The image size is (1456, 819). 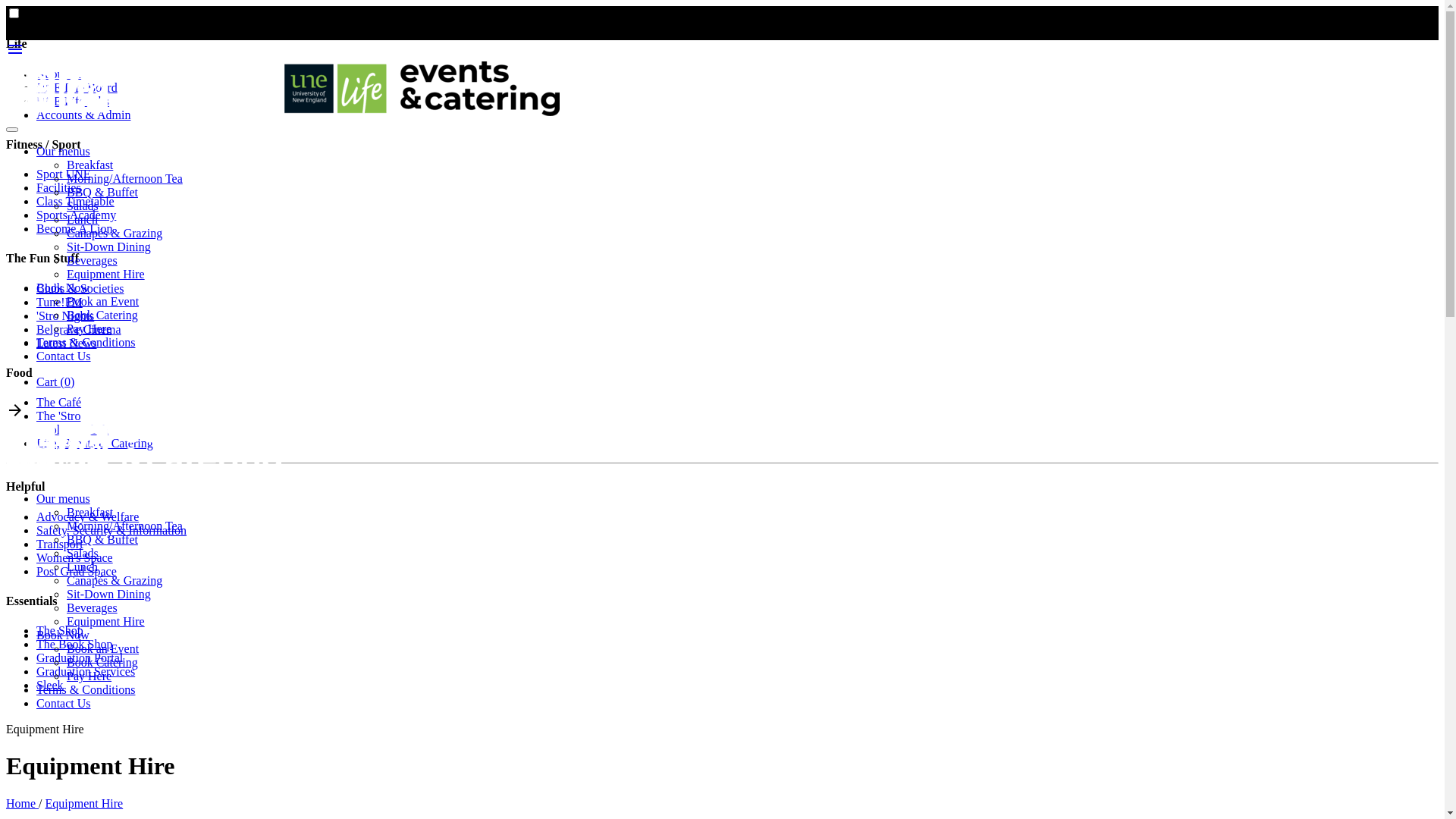 What do you see at coordinates (50, 685) in the screenshot?
I see `'Sleek'` at bounding box center [50, 685].